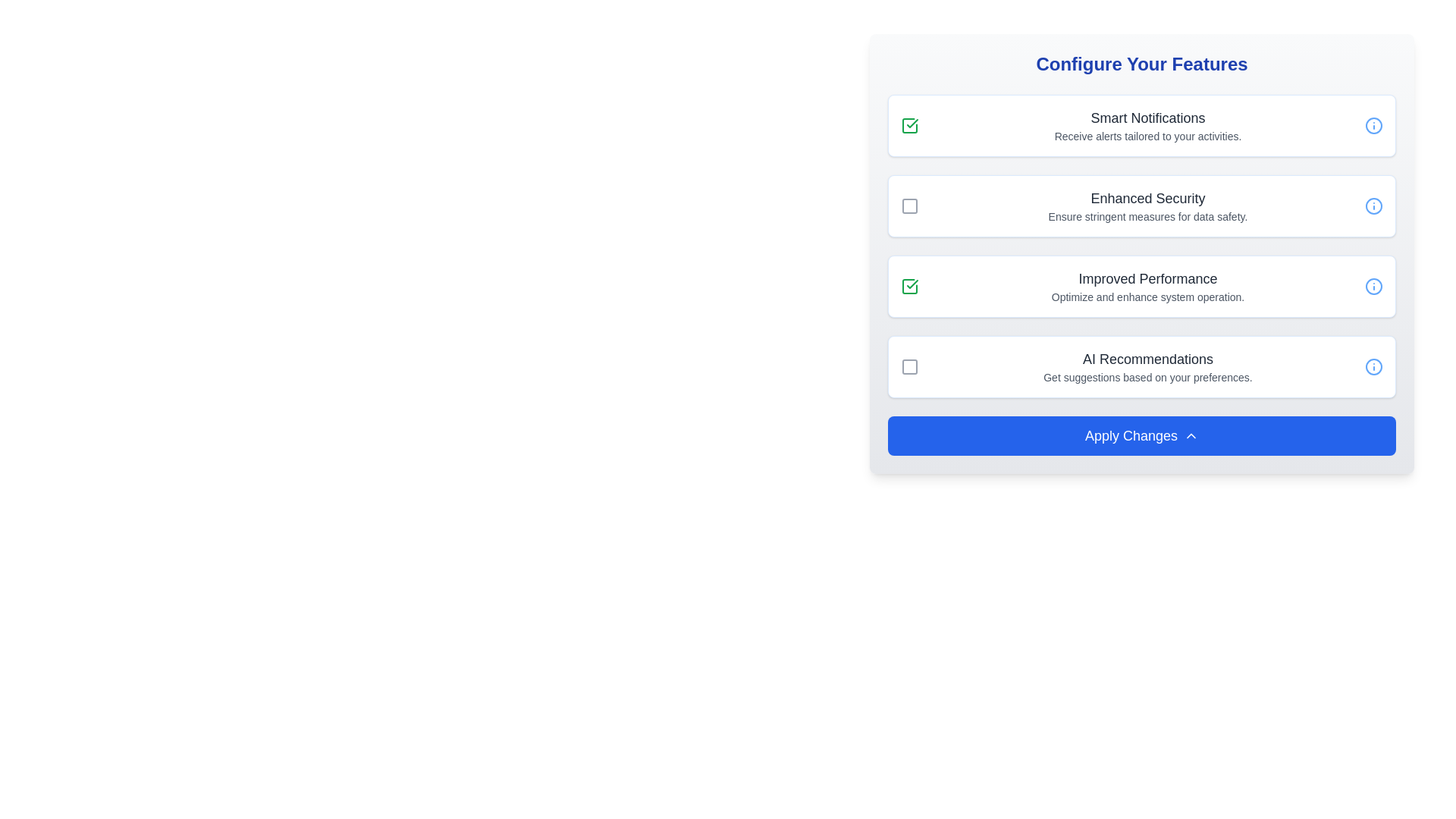  Describe the element at coordinates (1373, 124) in the screenshot. I see `the info icon (SVG circle) for the 'Smart Notifications' setting, located at the far-right end of its row in the vertical list of feature configurations` at that location.